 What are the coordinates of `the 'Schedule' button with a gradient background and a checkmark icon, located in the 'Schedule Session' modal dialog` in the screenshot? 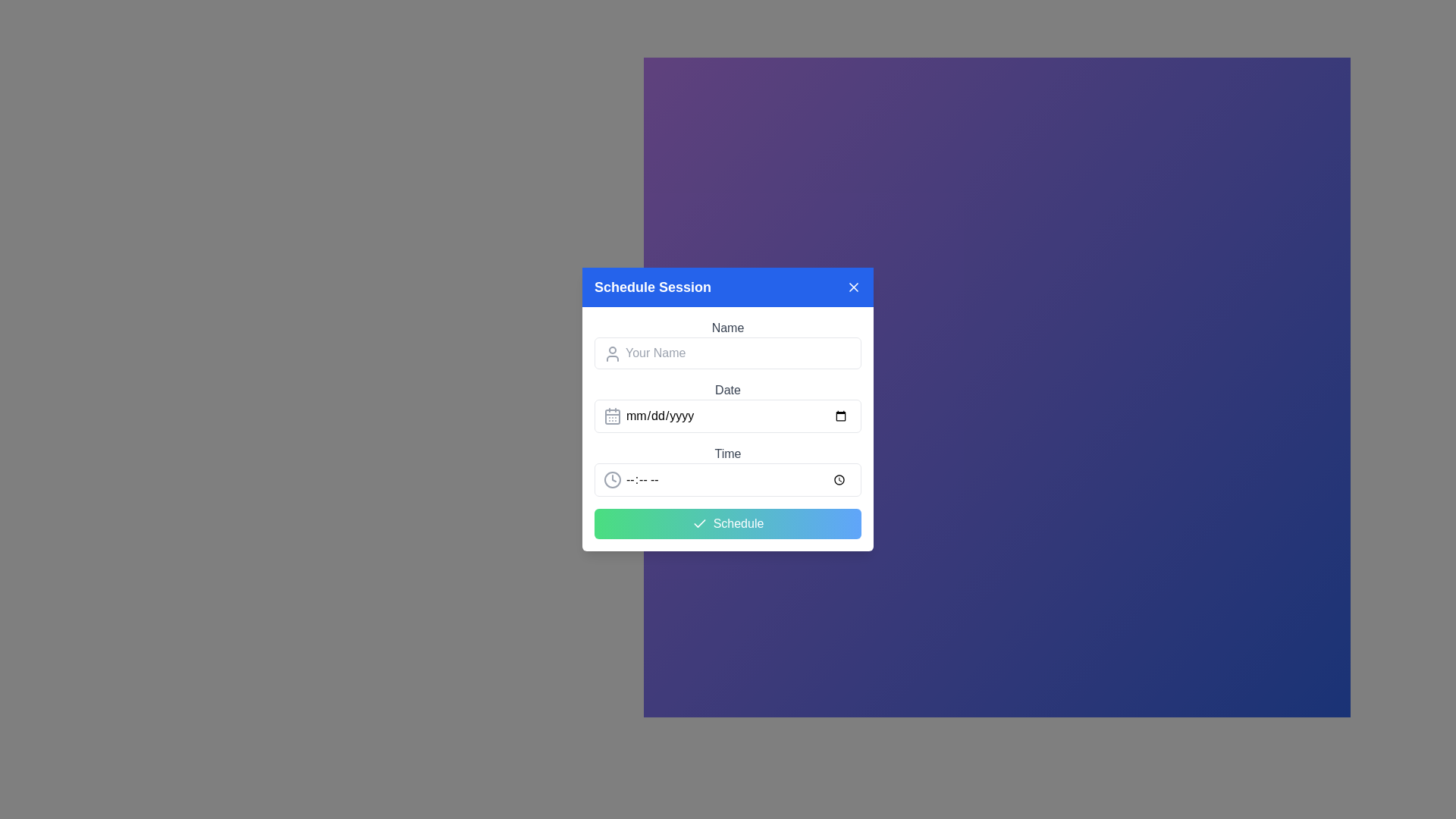 It's located at (728, 522).